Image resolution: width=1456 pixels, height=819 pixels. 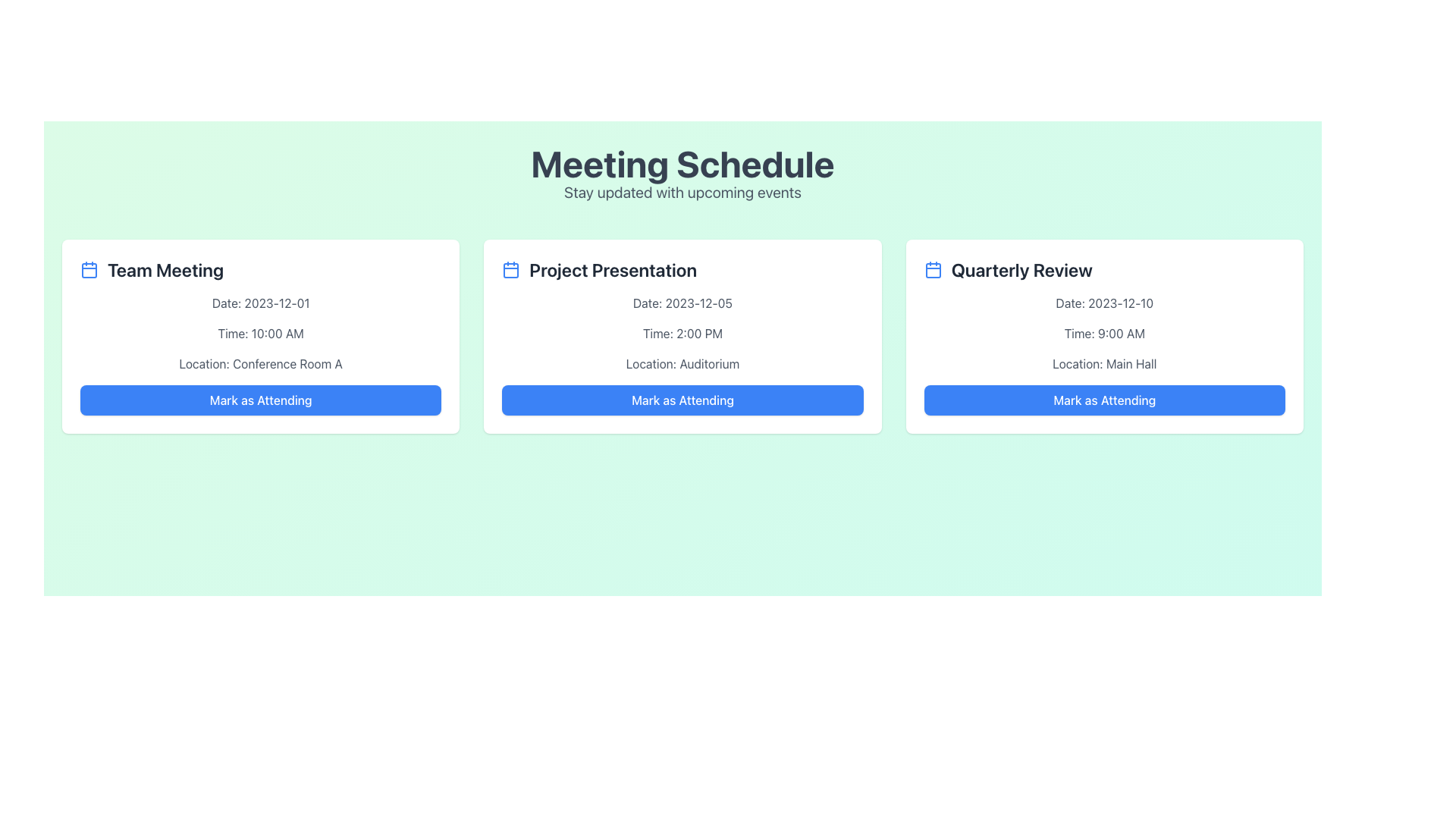 What do you see at coordinates (511, 268) in the screenshot?
I see `the icon located in the central card of the three-card layout beneath the heading 'Meeting Schedule', which indicates the type of event and is positioned above and to the left of the text 'Project Presentation'` at bounding box center [511, 268].